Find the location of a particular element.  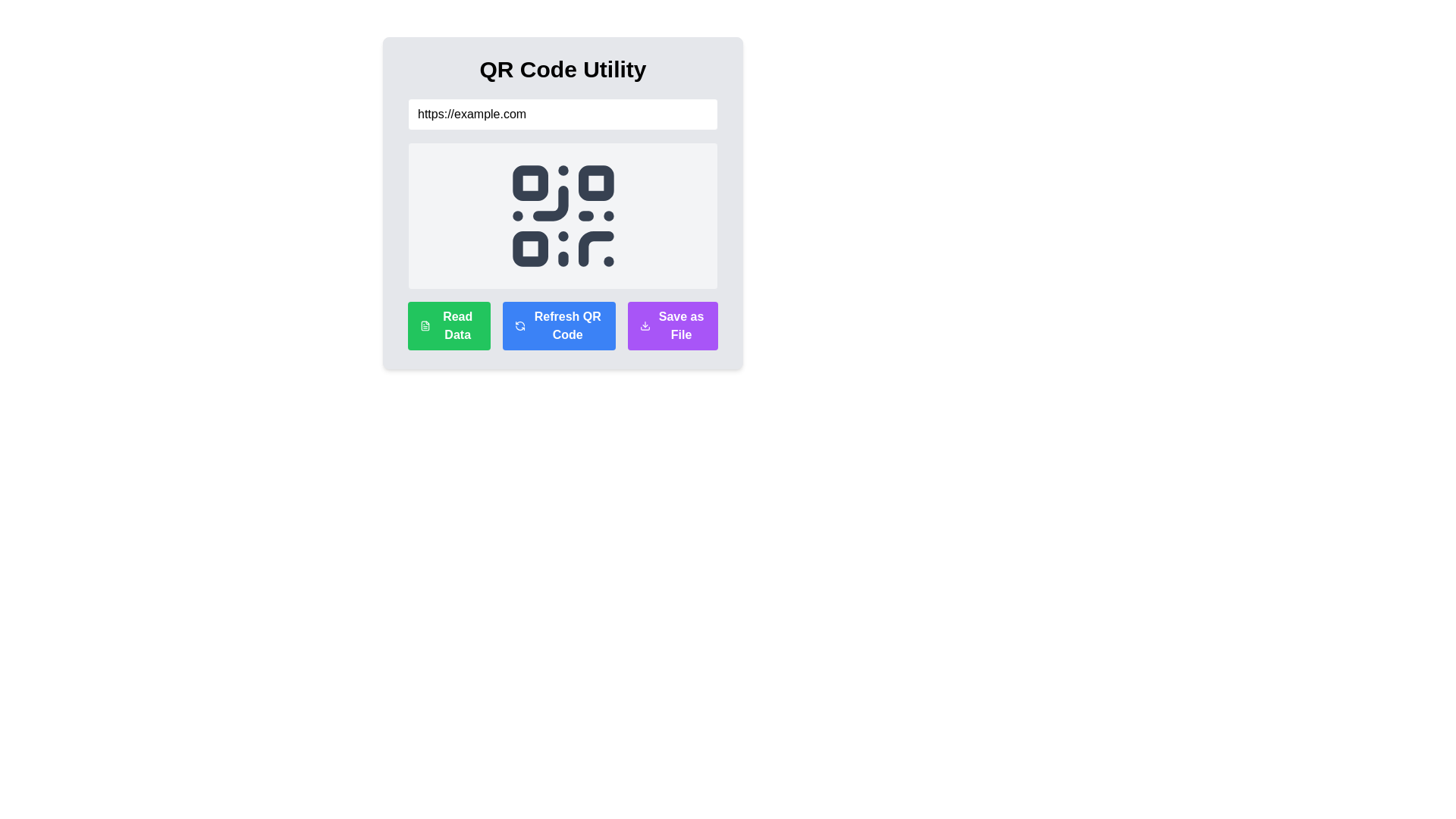

the green button representing the 'Read Data' action, which includes an icon to the left of the text label is located at coordinates (425, 325).